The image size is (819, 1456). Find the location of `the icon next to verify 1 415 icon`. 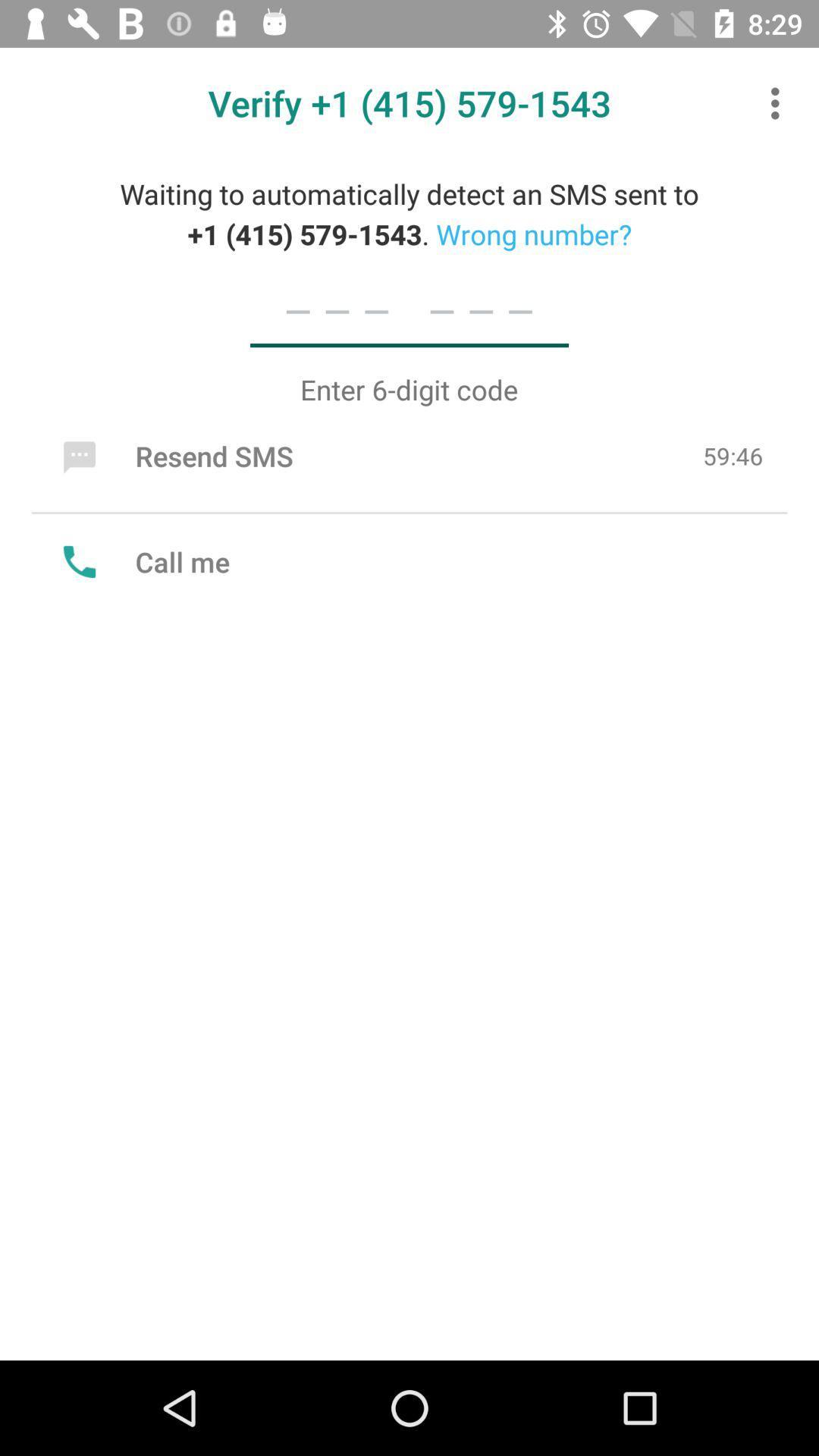

the icon next to verify 1 415 icon is located at coordinates (779, 102).